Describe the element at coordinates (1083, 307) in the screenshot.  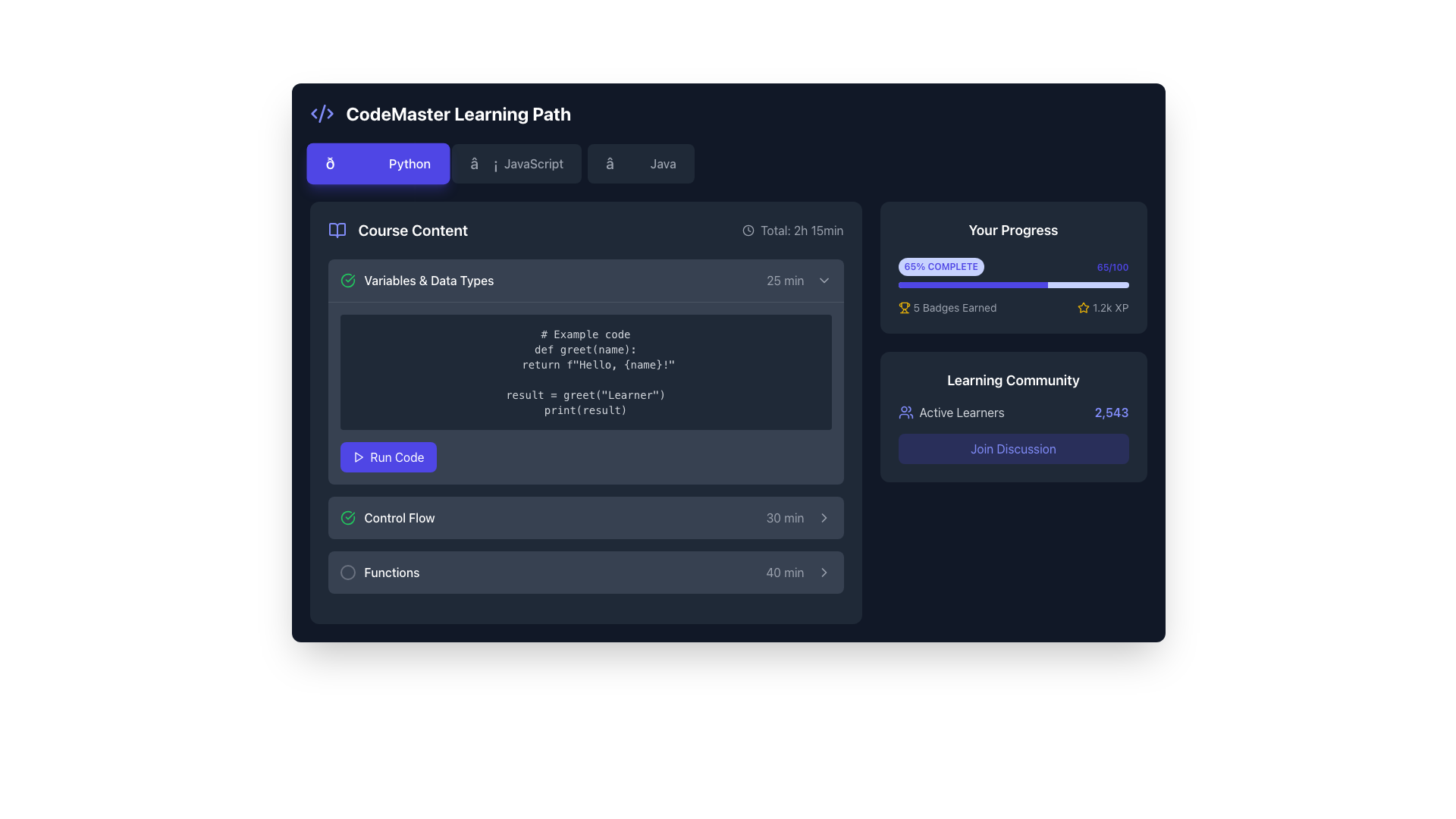
I see `the star icon representing experience points (XP) in the 'Your Progress' section, located to the left of the text '1.2k XP'` at that location.